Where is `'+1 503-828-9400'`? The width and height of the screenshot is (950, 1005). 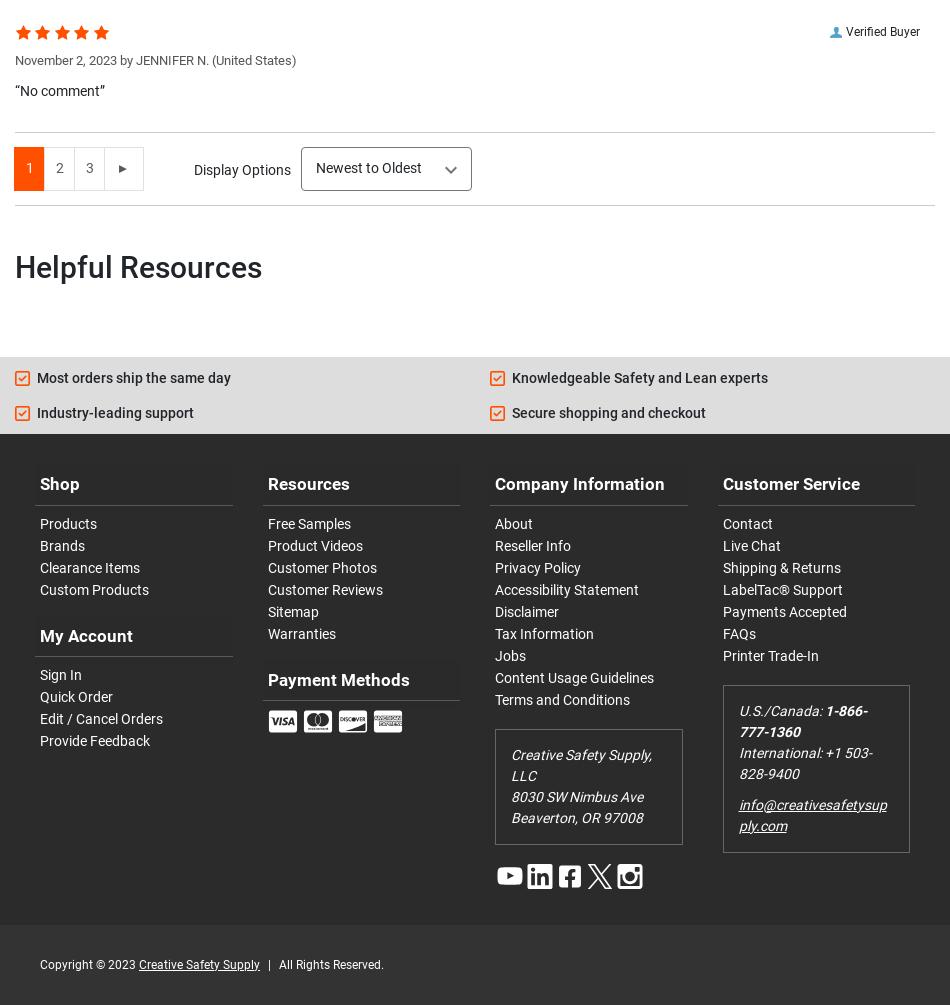
'+1 503-828-9400' is located at coordinates (803, 762).